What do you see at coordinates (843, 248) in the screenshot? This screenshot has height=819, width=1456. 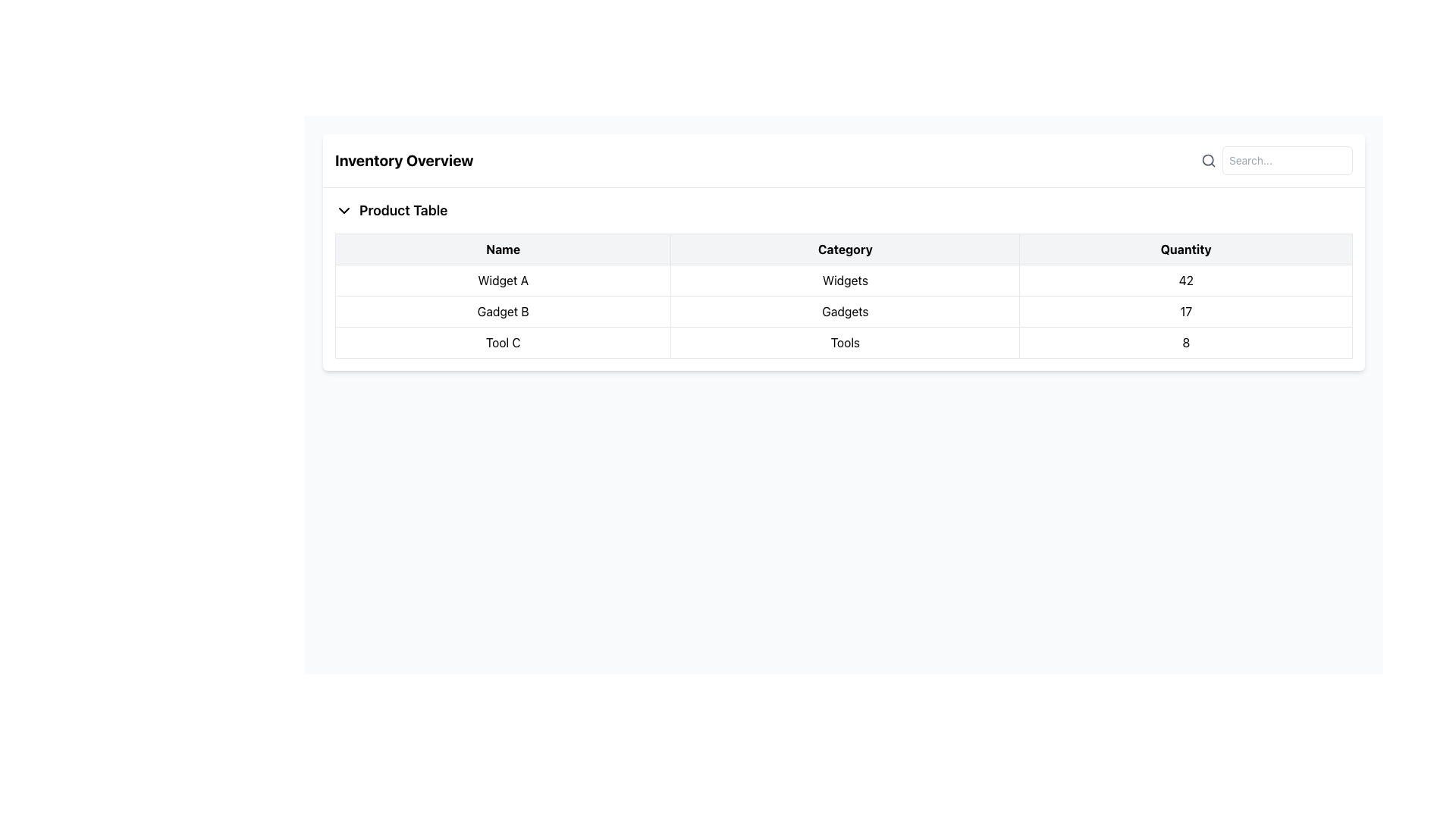 I see `the header row of the table that labels the columns 'Name,' 'Category,' and 'Quantity.'` at bounding box center [843, 248].